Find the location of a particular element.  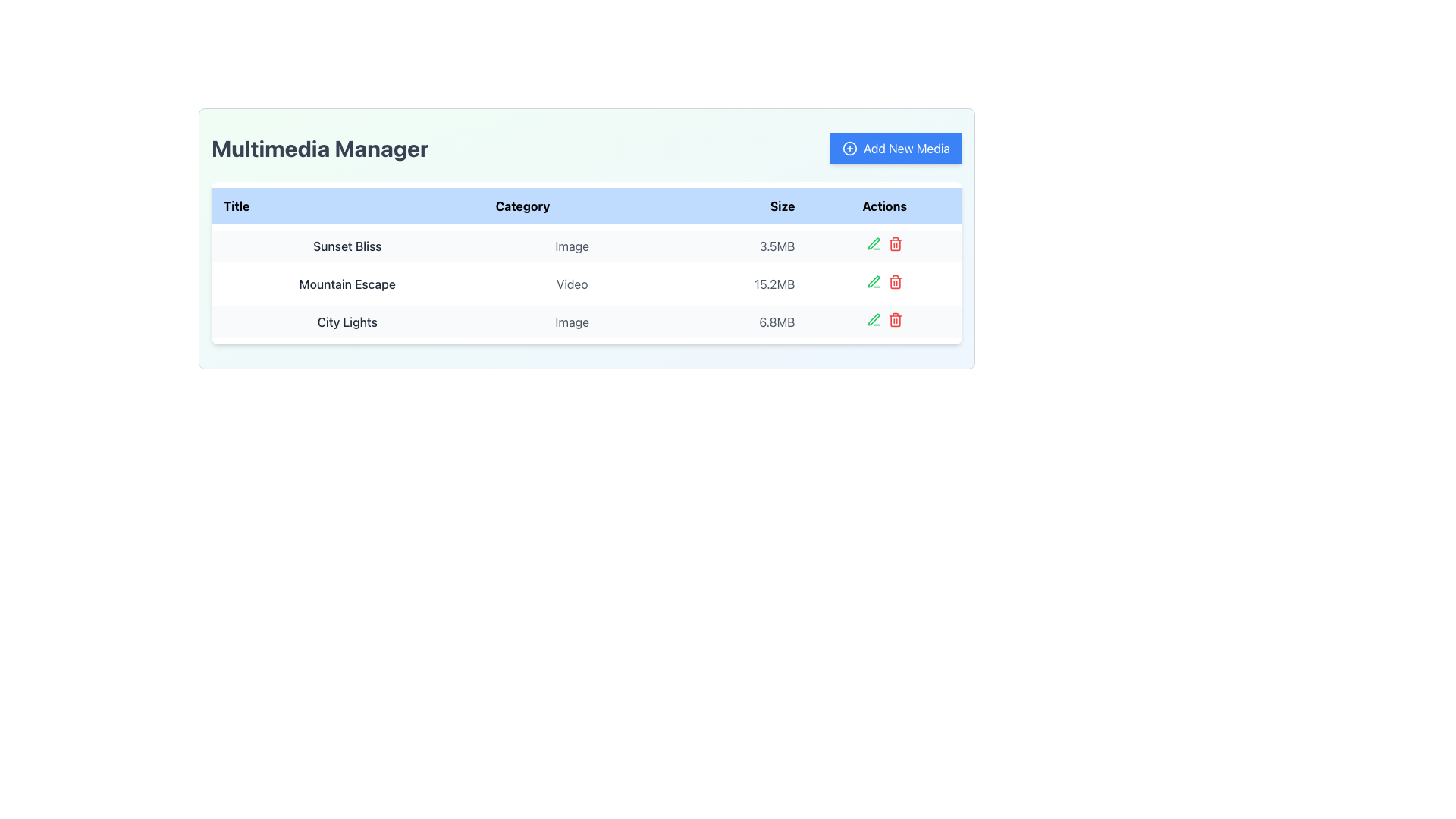

the Text Label element displaying 'Mountain Escape', which is the first text entry in the second row of the table under the 'Title' column is located at coordinates (347, 284).